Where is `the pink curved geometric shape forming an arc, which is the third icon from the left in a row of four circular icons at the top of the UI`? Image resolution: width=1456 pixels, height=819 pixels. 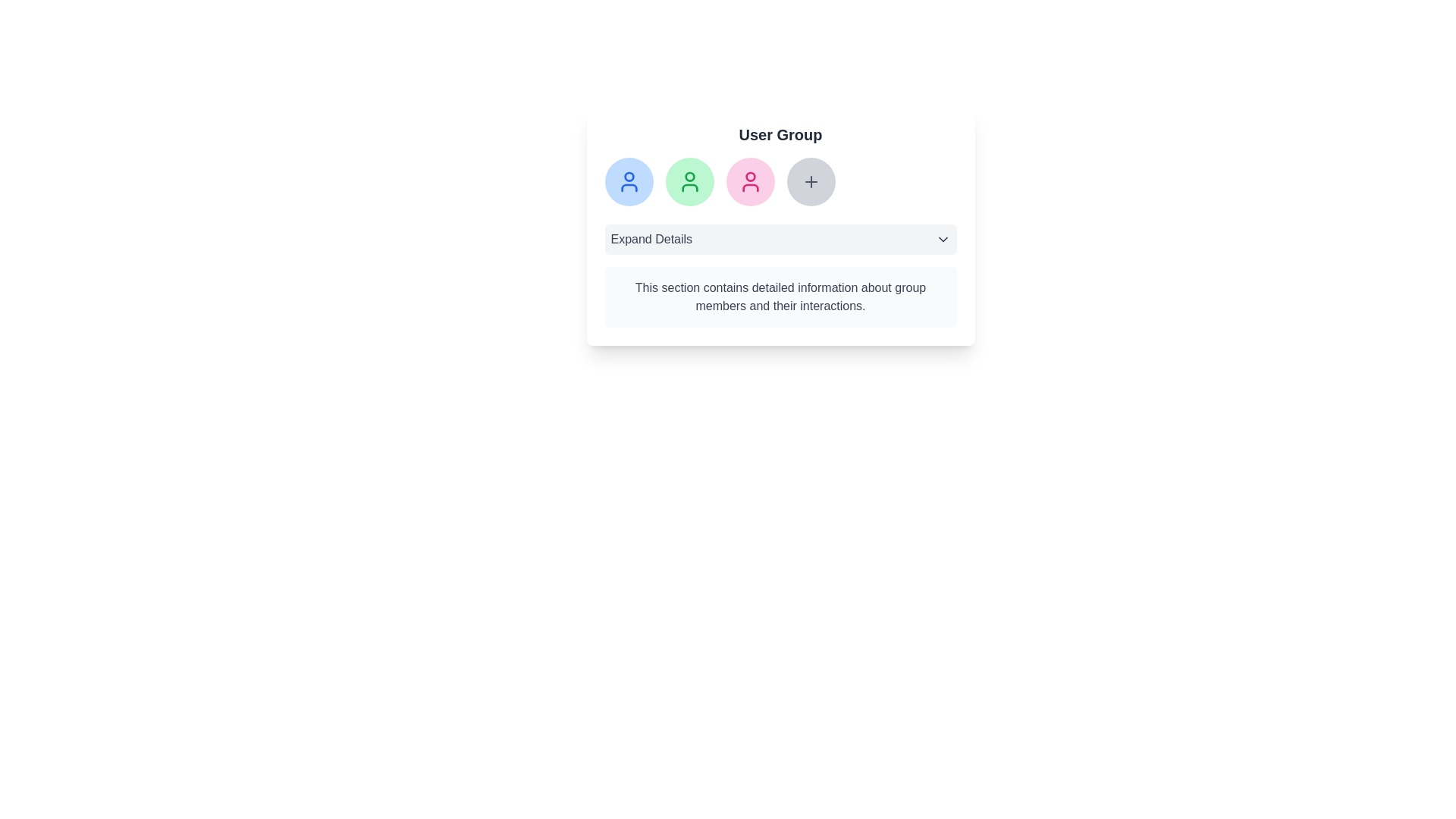 the pink curved geometric shape forming an arc, which is the third icon from the left in a row of four circular icons at the top of the UI is located at coordinates (750, 187).